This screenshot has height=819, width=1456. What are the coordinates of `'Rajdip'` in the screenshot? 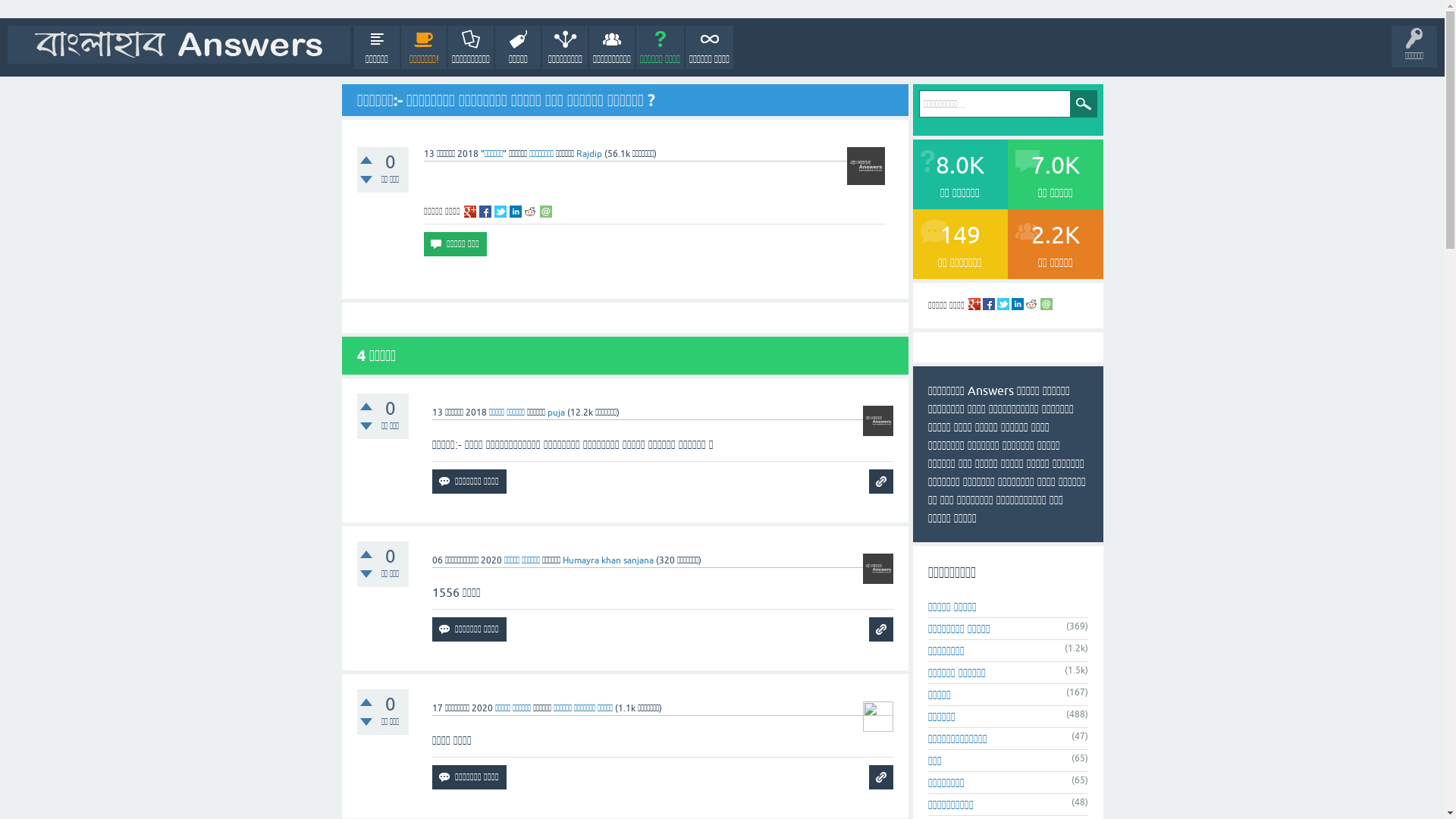 It's located at (588, 154).